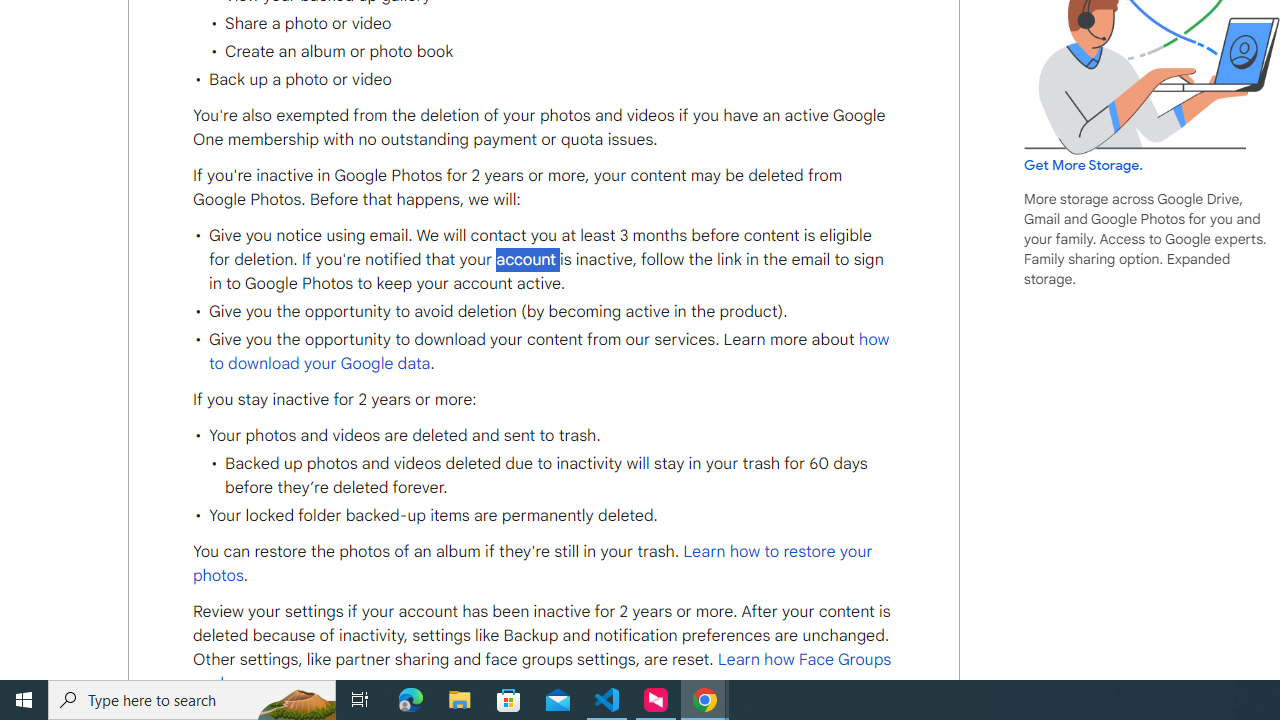 The width and height of the screenshot is (1280, 720). I want to click on 'how to download your Google data', so click(549, 350).